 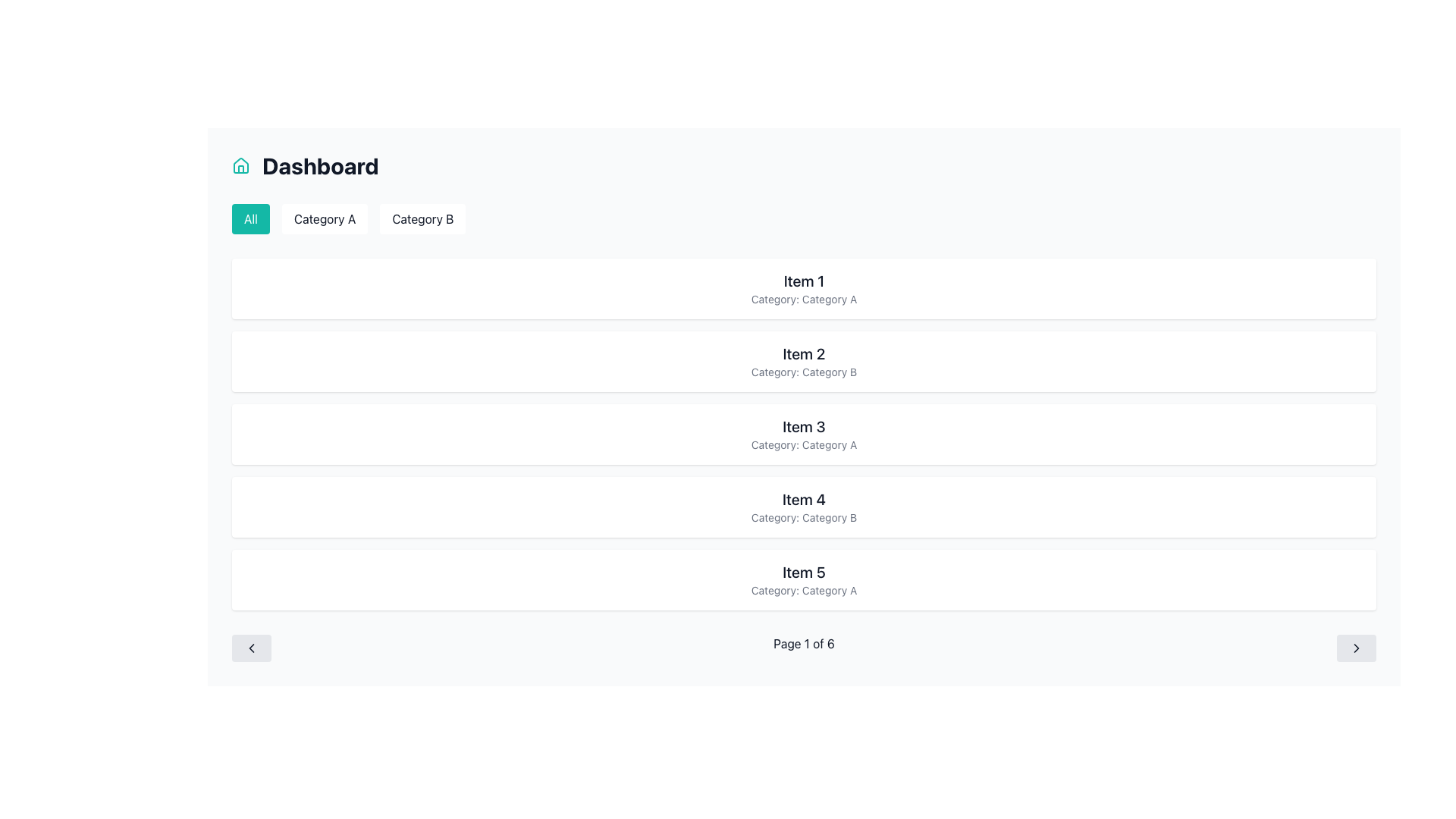 What do you see at coordinates (1357, 648) in the screenshot?
I see `the rightward-pointing chevron icon embedded within the pagination forward button` at bounding box center [1357, 648].